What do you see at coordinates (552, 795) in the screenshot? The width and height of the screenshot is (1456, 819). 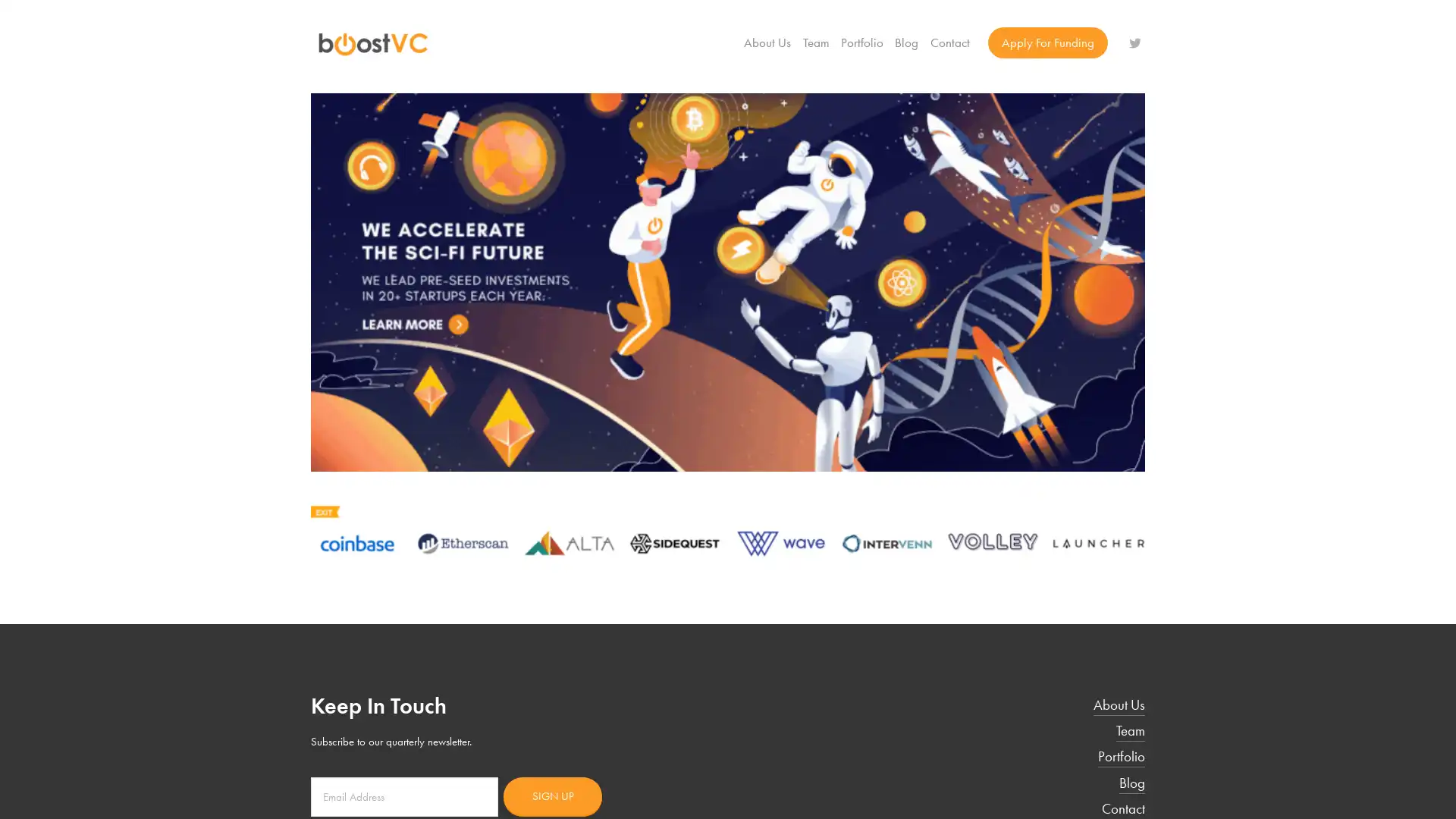 I see `SIGN UP` at bounding box center [552, 795].